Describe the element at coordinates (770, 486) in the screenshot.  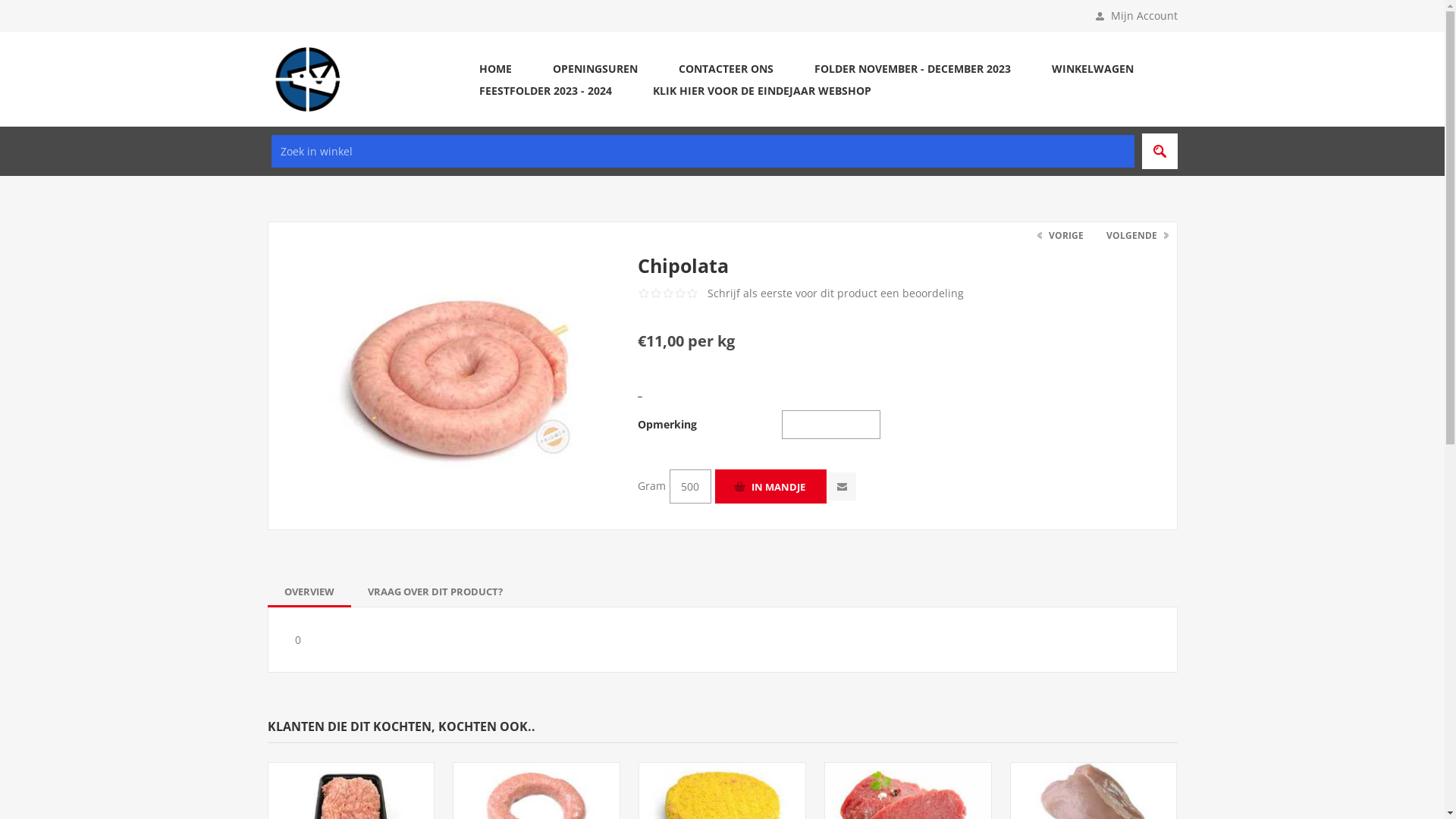
I see `'In mandje'` at that location.